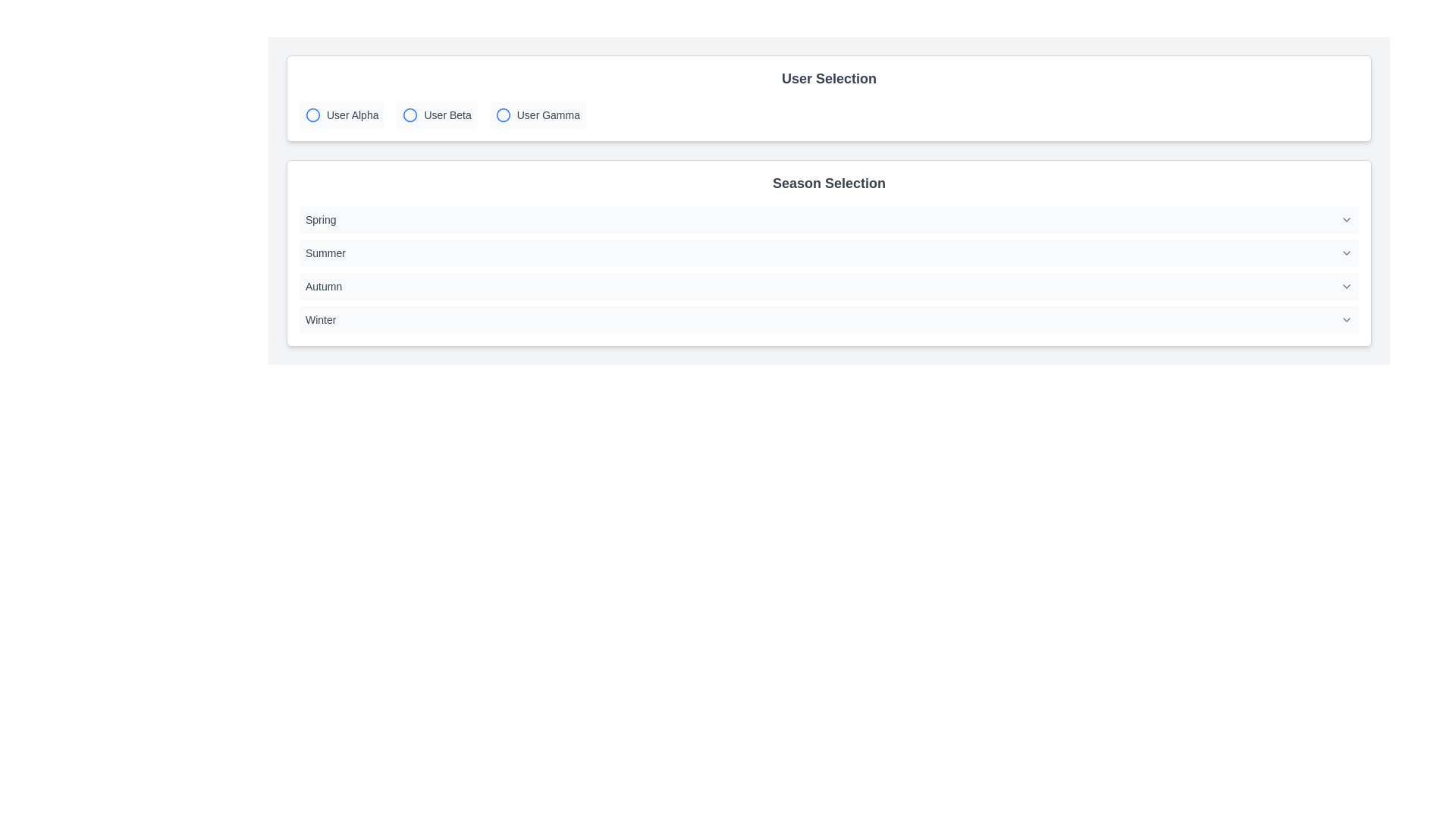 This screenshot has height=819, width=1456. I want to click on the blue-bordered circular radio button associated with the 'User Beta' option, so click(410, 114).